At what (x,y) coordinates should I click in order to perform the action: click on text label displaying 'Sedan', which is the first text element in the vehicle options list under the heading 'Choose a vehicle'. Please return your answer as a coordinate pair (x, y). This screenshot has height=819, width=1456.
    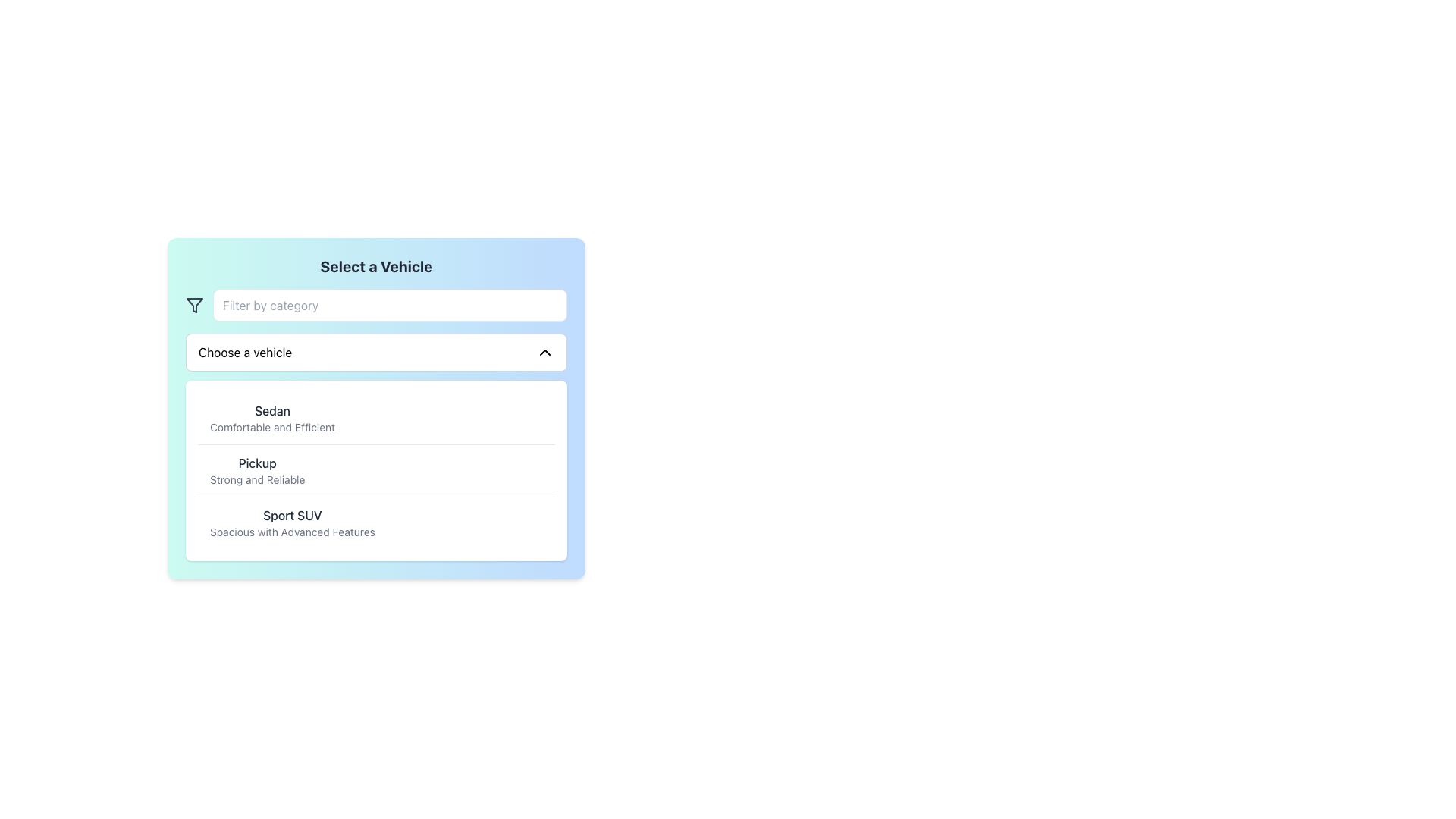
    Looking at the image, I should click on (272, 411).